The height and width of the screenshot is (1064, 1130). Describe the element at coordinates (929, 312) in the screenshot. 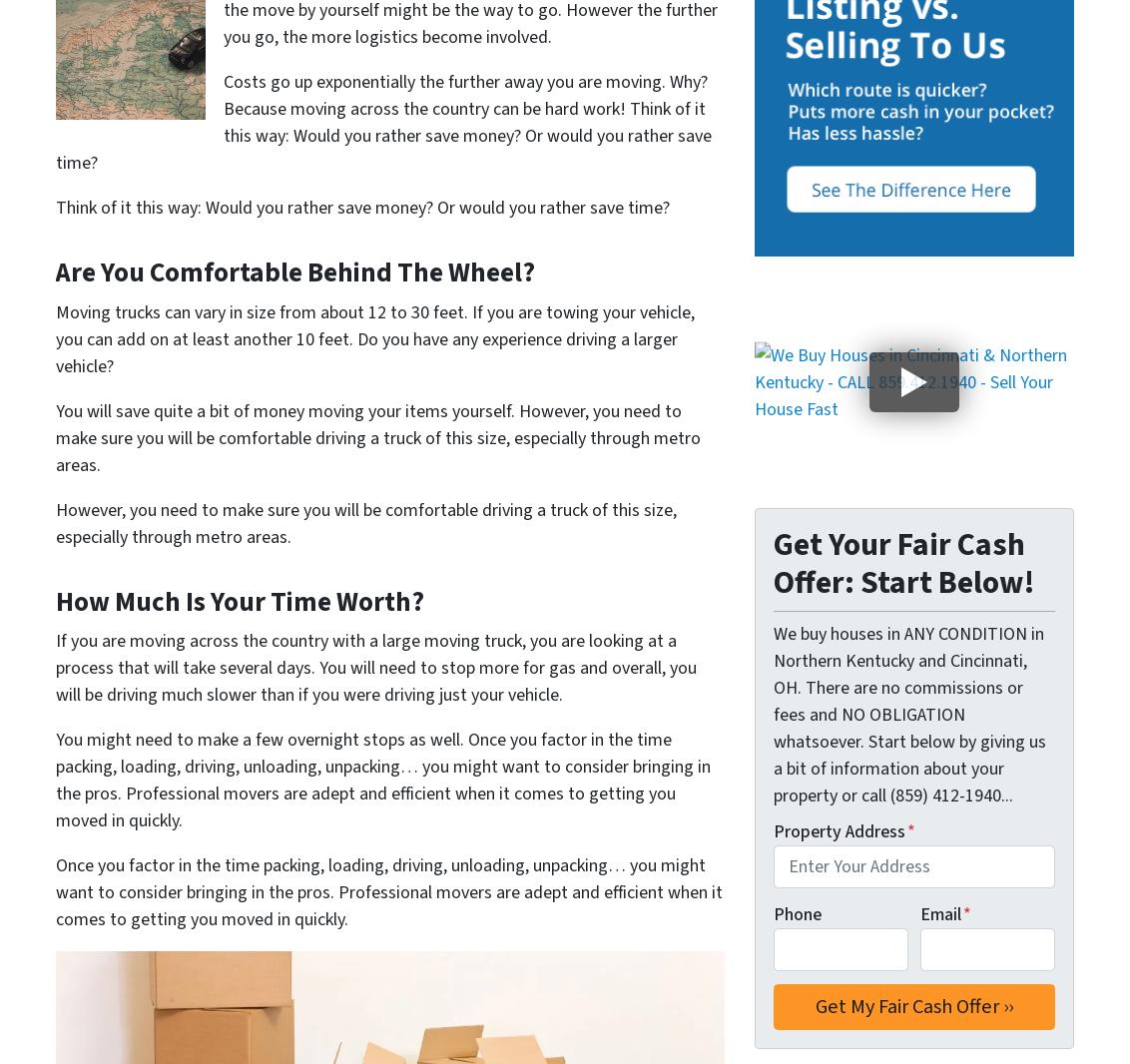

I see `'Mount Washington'` at that location.